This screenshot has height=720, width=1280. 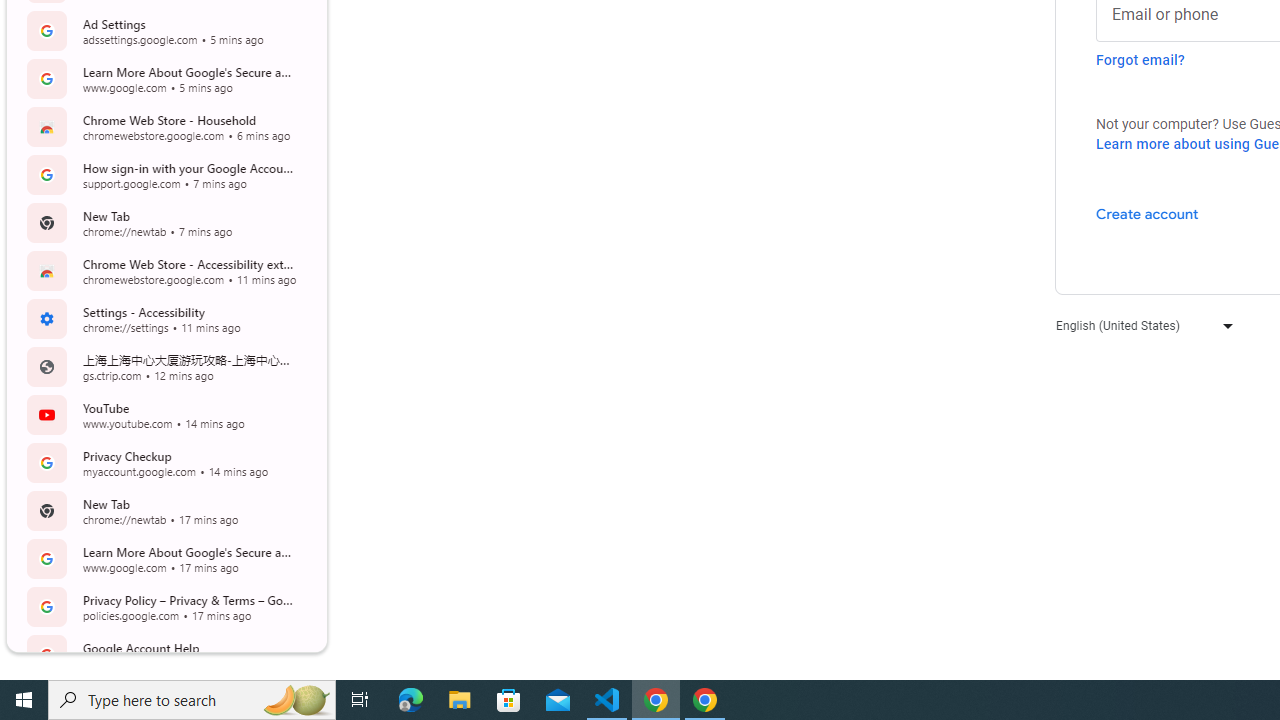 What do you see at coordinates (606, 698) in the screenshot?
I see `'Visual Studio Code - 1 running window'` at bounding box center [606, 698].